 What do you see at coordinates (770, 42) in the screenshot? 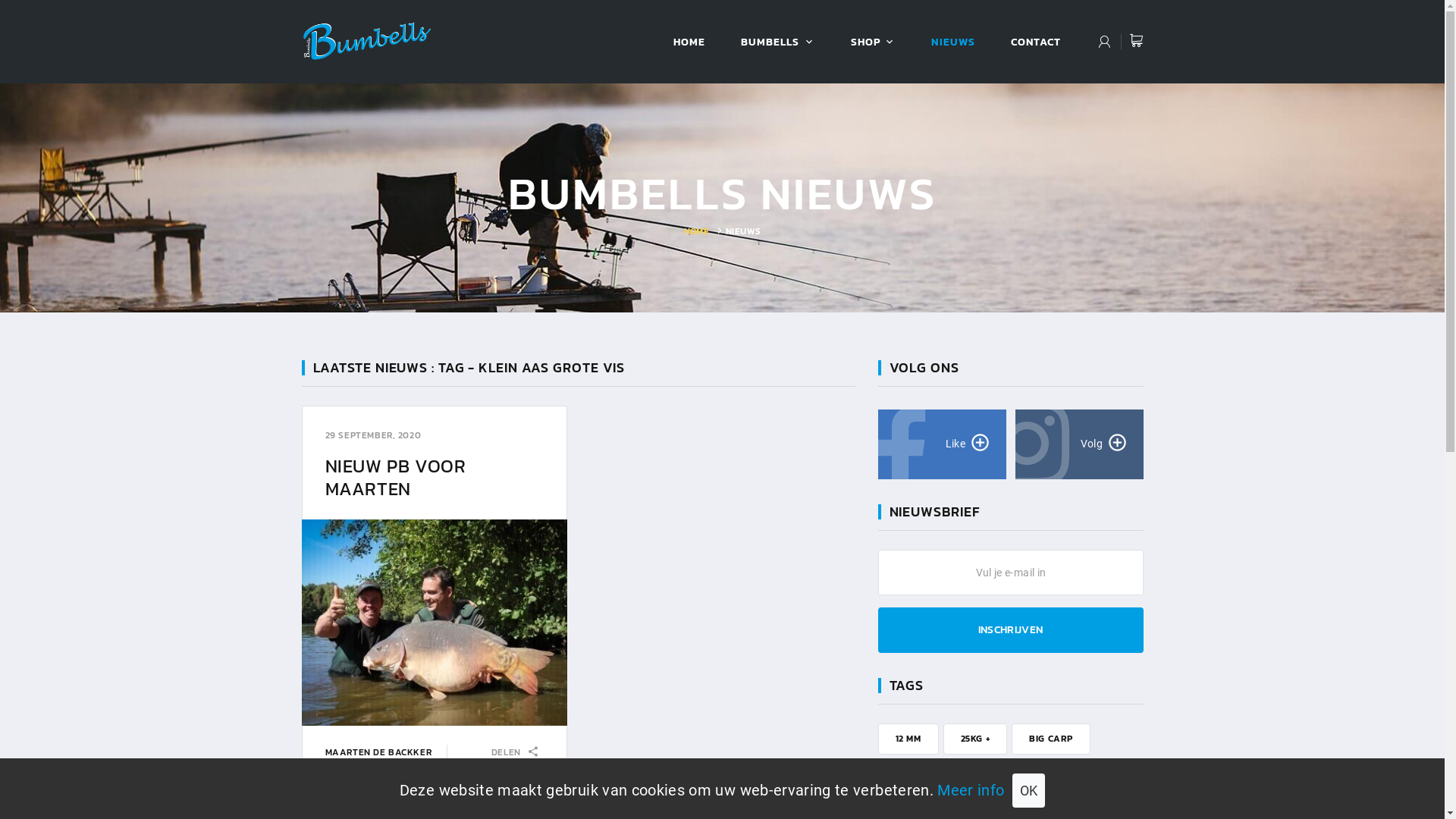
I see `'BUMBELLS'` at bounding box center [770, 42].